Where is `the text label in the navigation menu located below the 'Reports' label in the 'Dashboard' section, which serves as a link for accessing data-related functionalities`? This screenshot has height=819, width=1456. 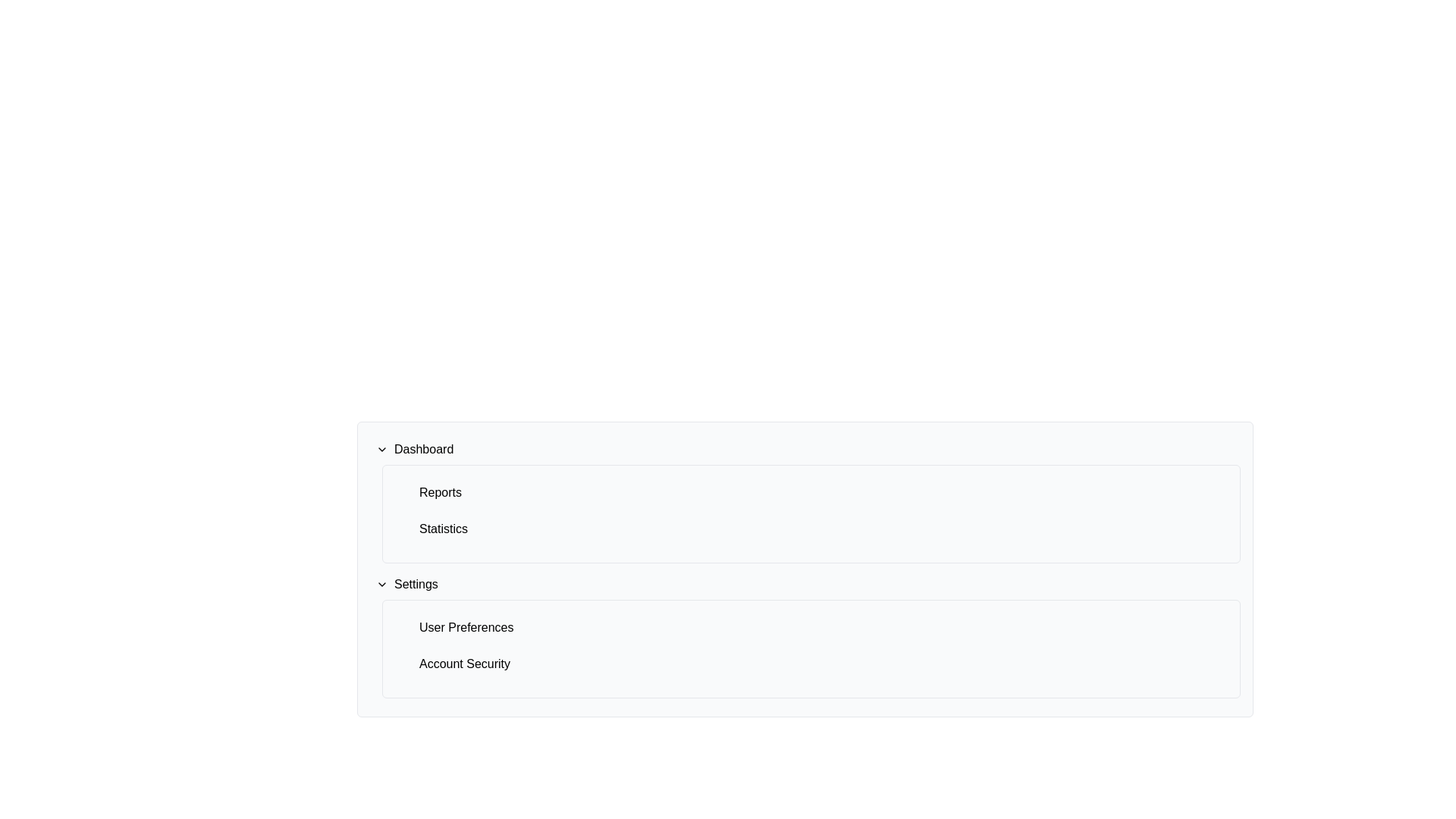 the text label in the navigation menu located below the 'Reports' label in the 'Dashboard' section, which serves as a link for accessing data-related functionalities is located at coordinates (443, 529).